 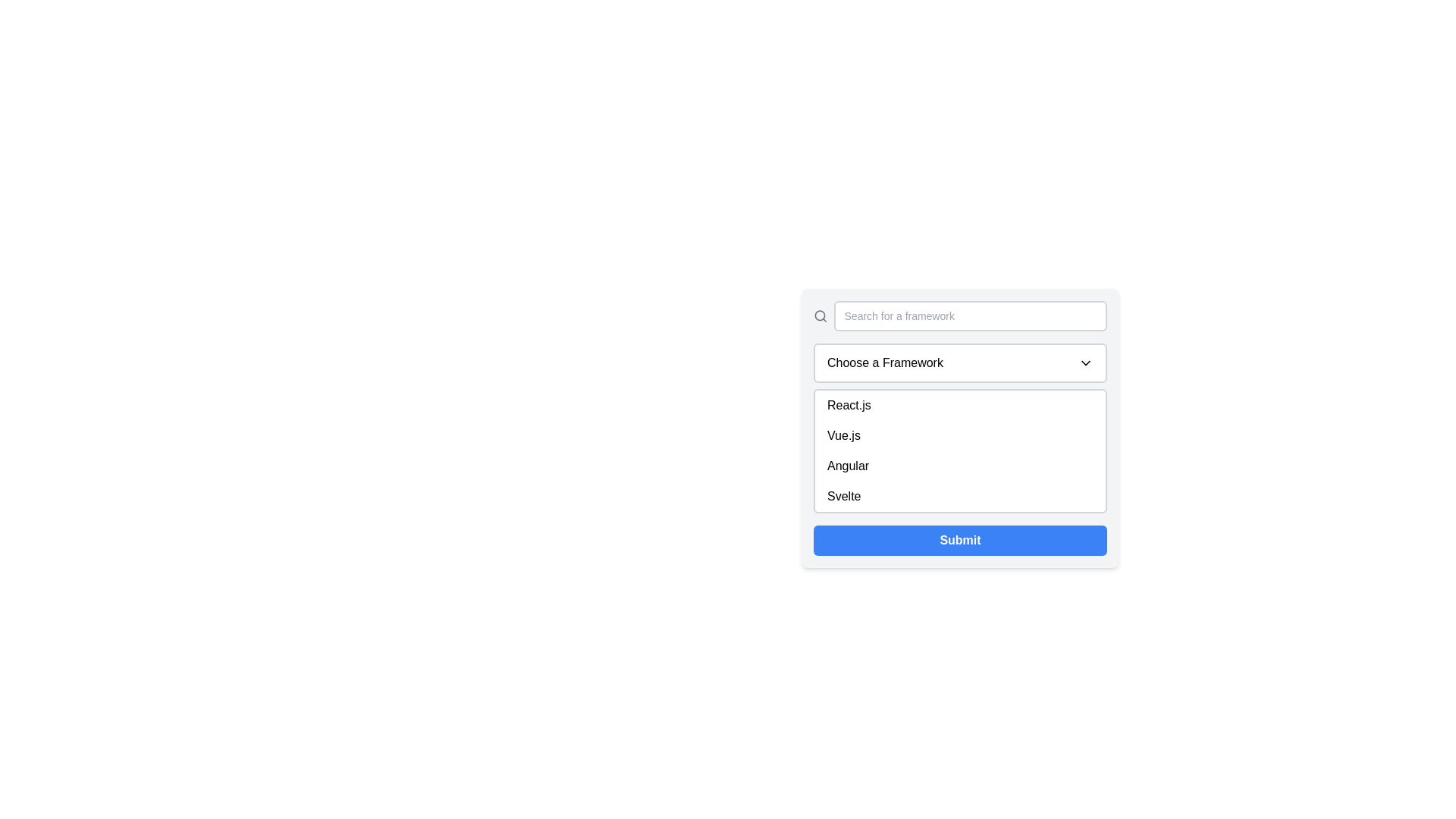 I want to click on the 'Svelte' option in the dropdown menu, which is the last option following 'Angular' in the 'Choose a Framework' list, so click(x=843, y=497).